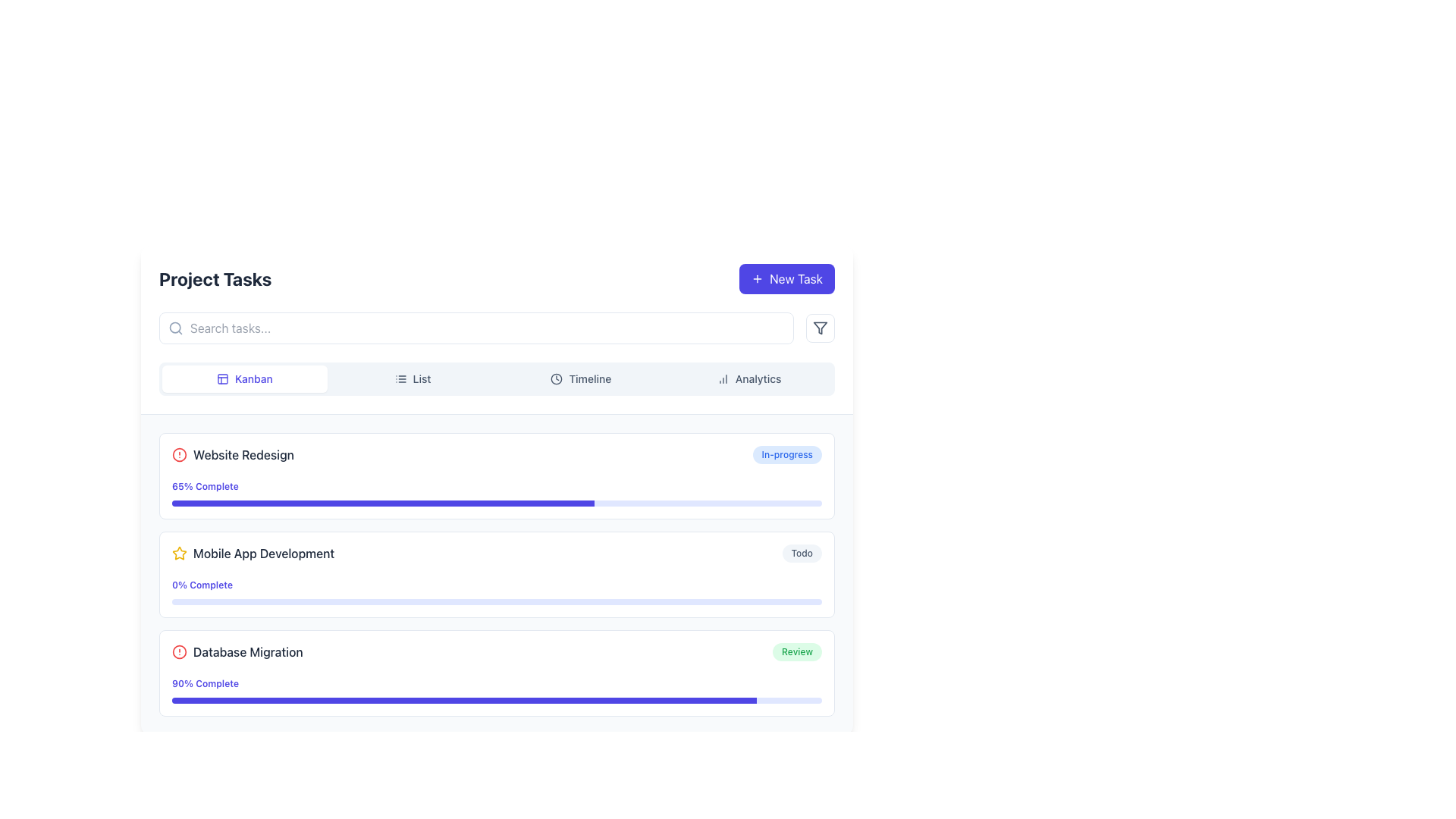 The width and height of the screenshot is (1456, 819). What do you see at coordinates (819, 327) in the screenshot?
I see `the minimalistic outline icon shaped like an inverted triangle funnel located in the top-right toolbar` at bounding box center [819, 327].